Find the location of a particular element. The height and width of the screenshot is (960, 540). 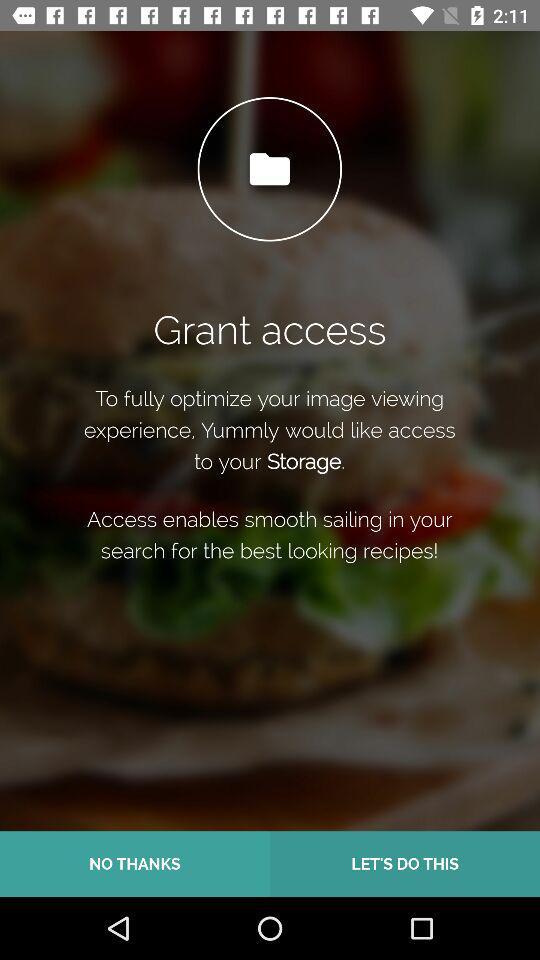

icon at the bottom right corner is located at coordinates (405, 863).